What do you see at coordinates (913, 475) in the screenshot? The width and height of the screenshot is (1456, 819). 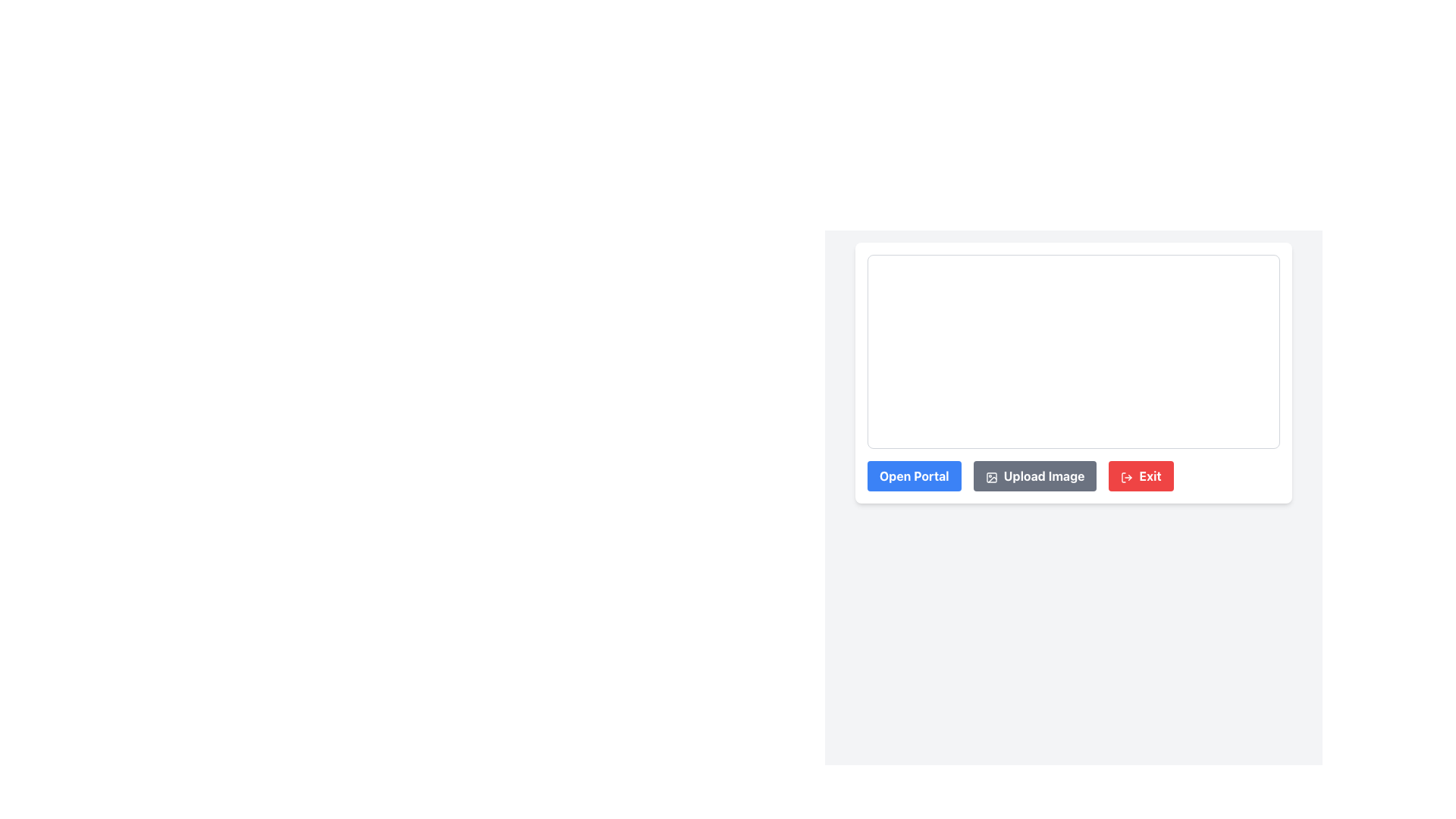 I see `the 'Open Portal' button, which is a rounded rectangle shape with a blue background and bold white text` at bounding box center [913, 475].